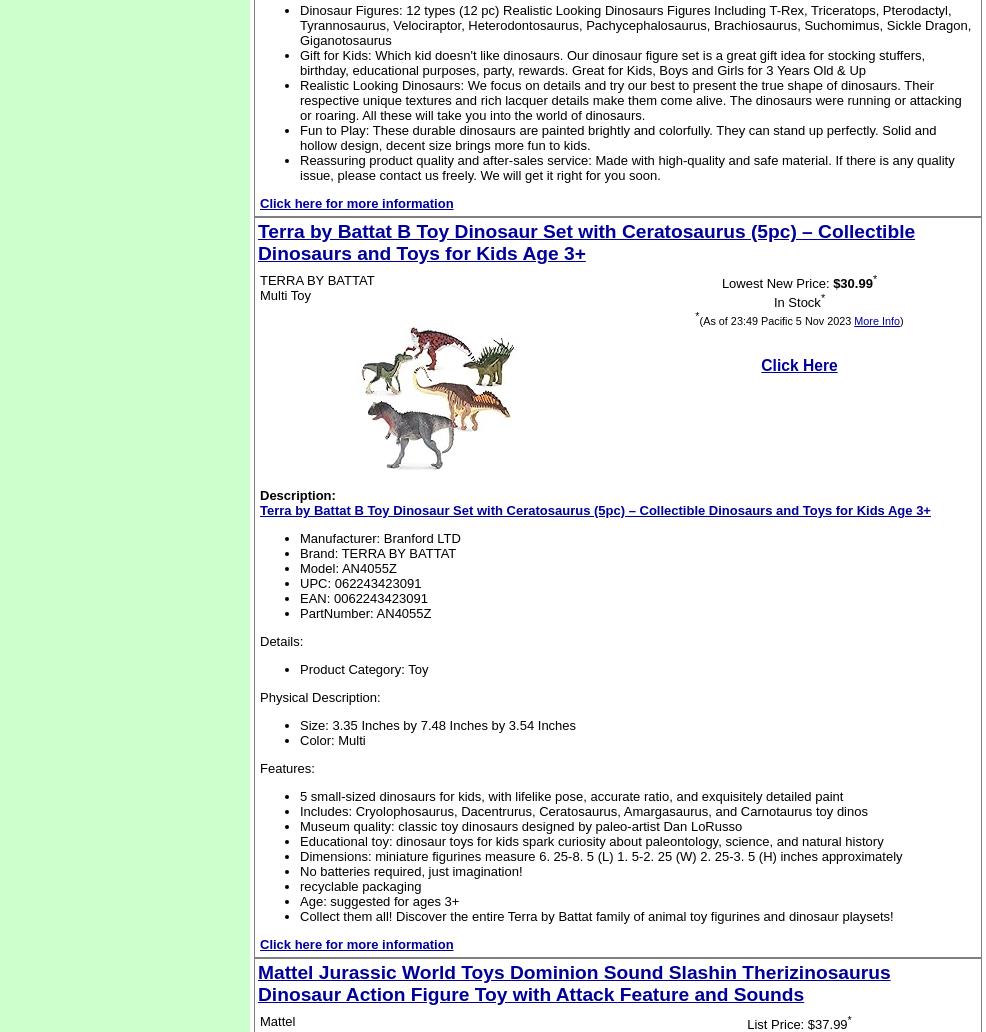 This screenshot has width=986, height=1032. Describe the element at coordinates (300, 915) in the screenshot. I see `'Collect them all! Discover the entire Terra by Battat family of animal toy figurines and dinosaur playsets!'` at that location.